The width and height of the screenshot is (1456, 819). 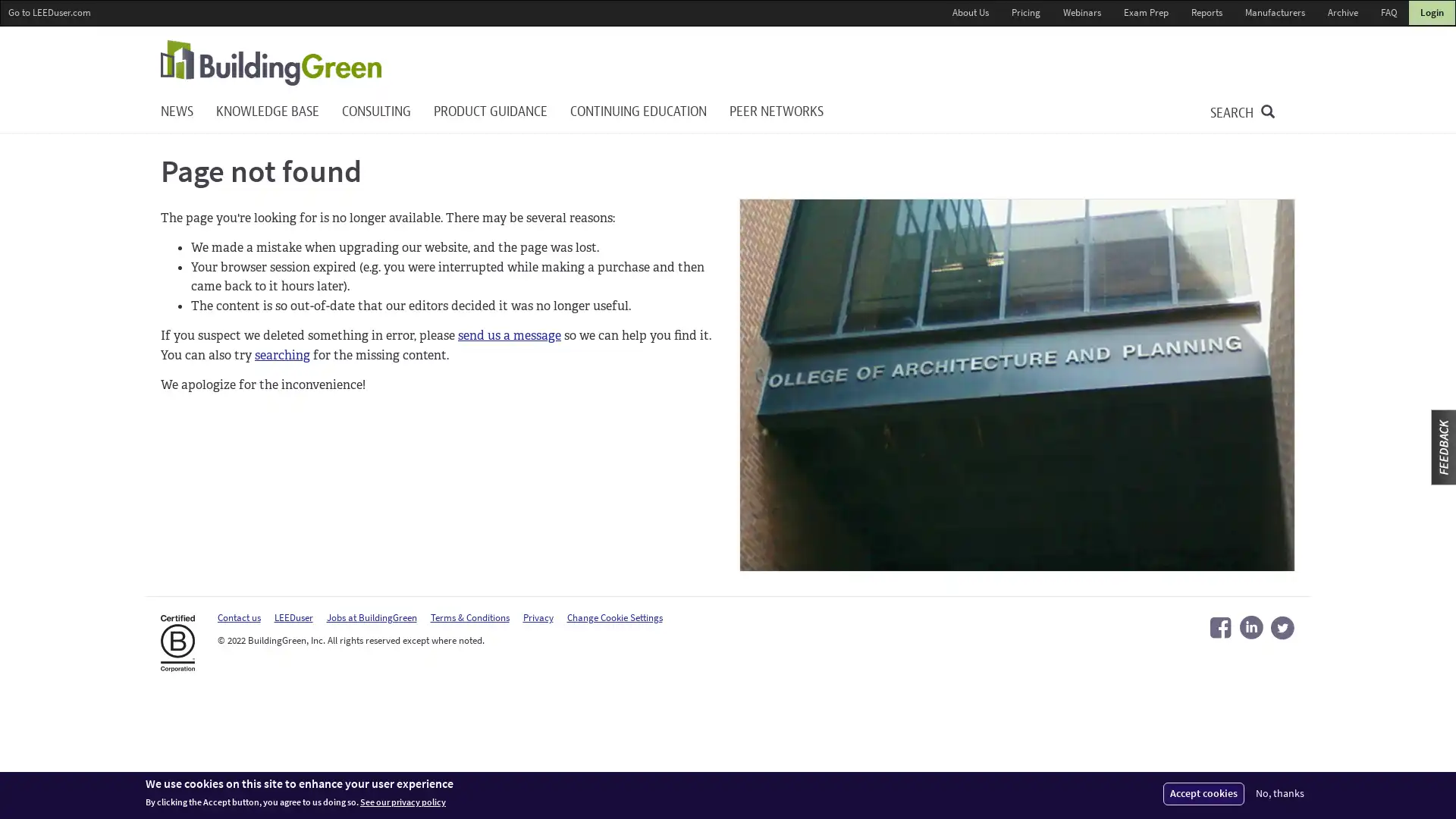 What do you see at coordinates (1279, 792) in the screenshot?
I see `No, thanks` at bounding box center [1279, 792].